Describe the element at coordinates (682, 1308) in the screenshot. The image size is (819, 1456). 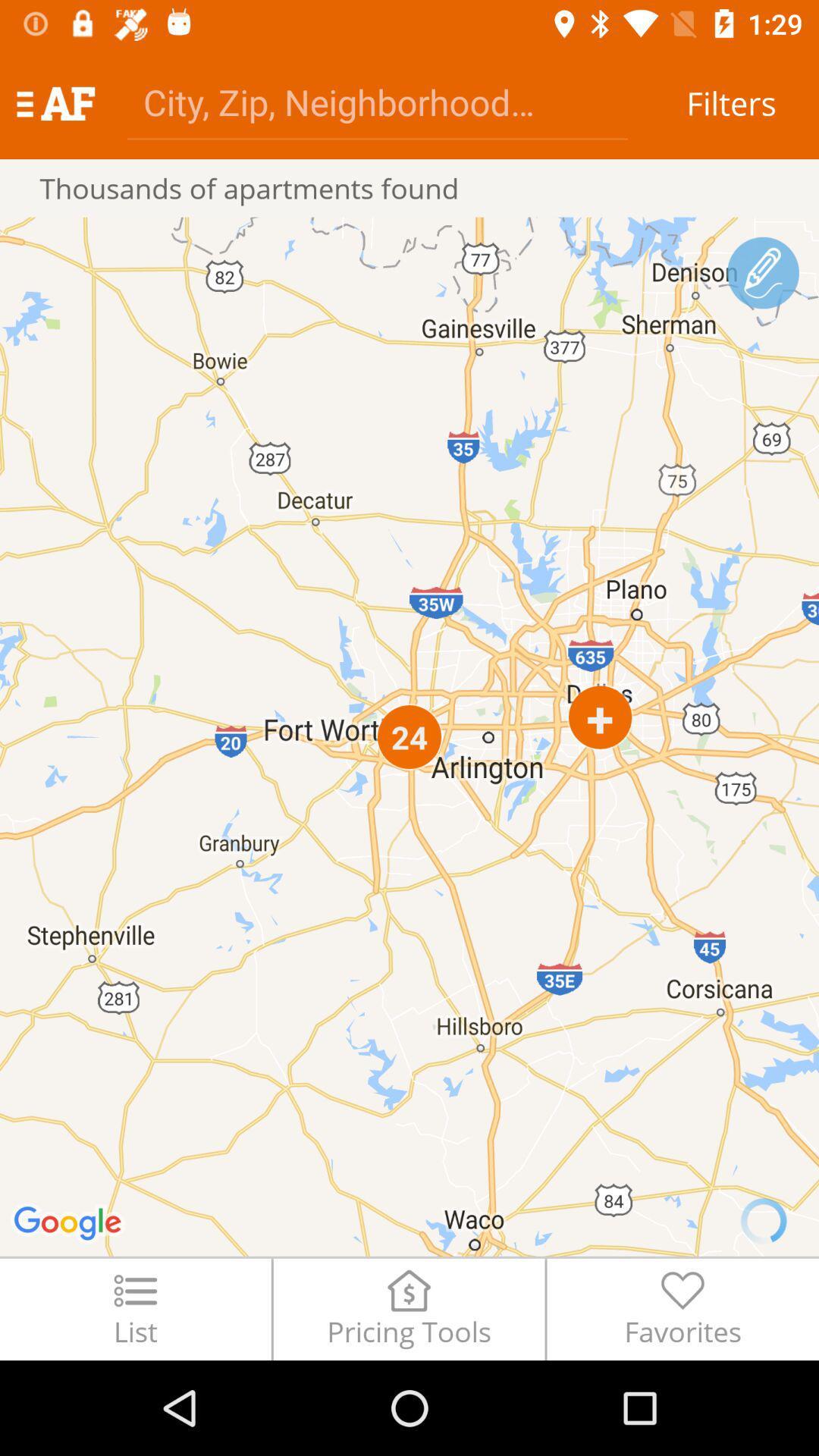
I see `the icon next to pricing tools icon` at that location.